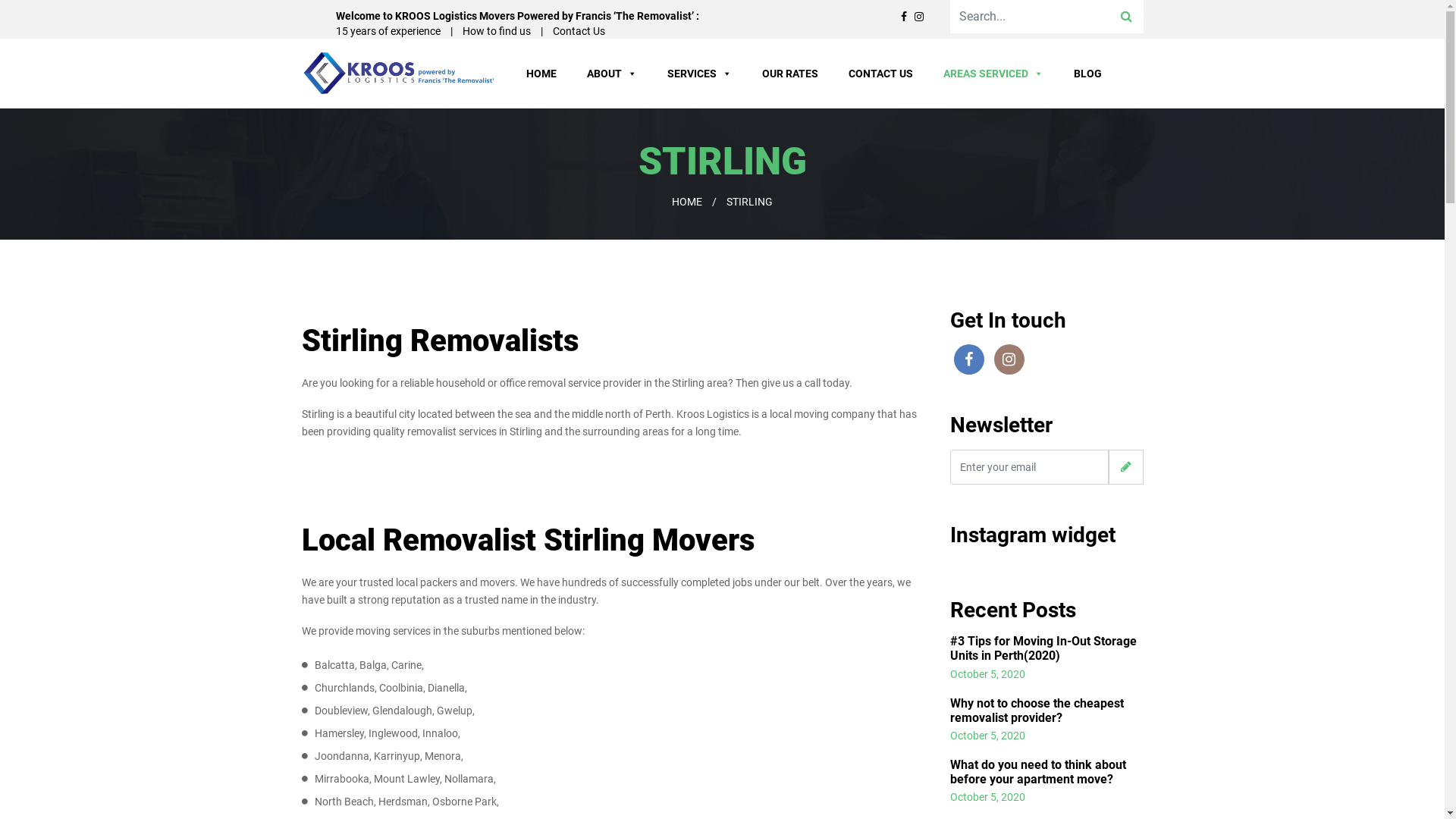 The height and width of the screenshot is (819, 1456). I want to click on 'What do you need to think about before your apartment move?', so click(1037, 772).